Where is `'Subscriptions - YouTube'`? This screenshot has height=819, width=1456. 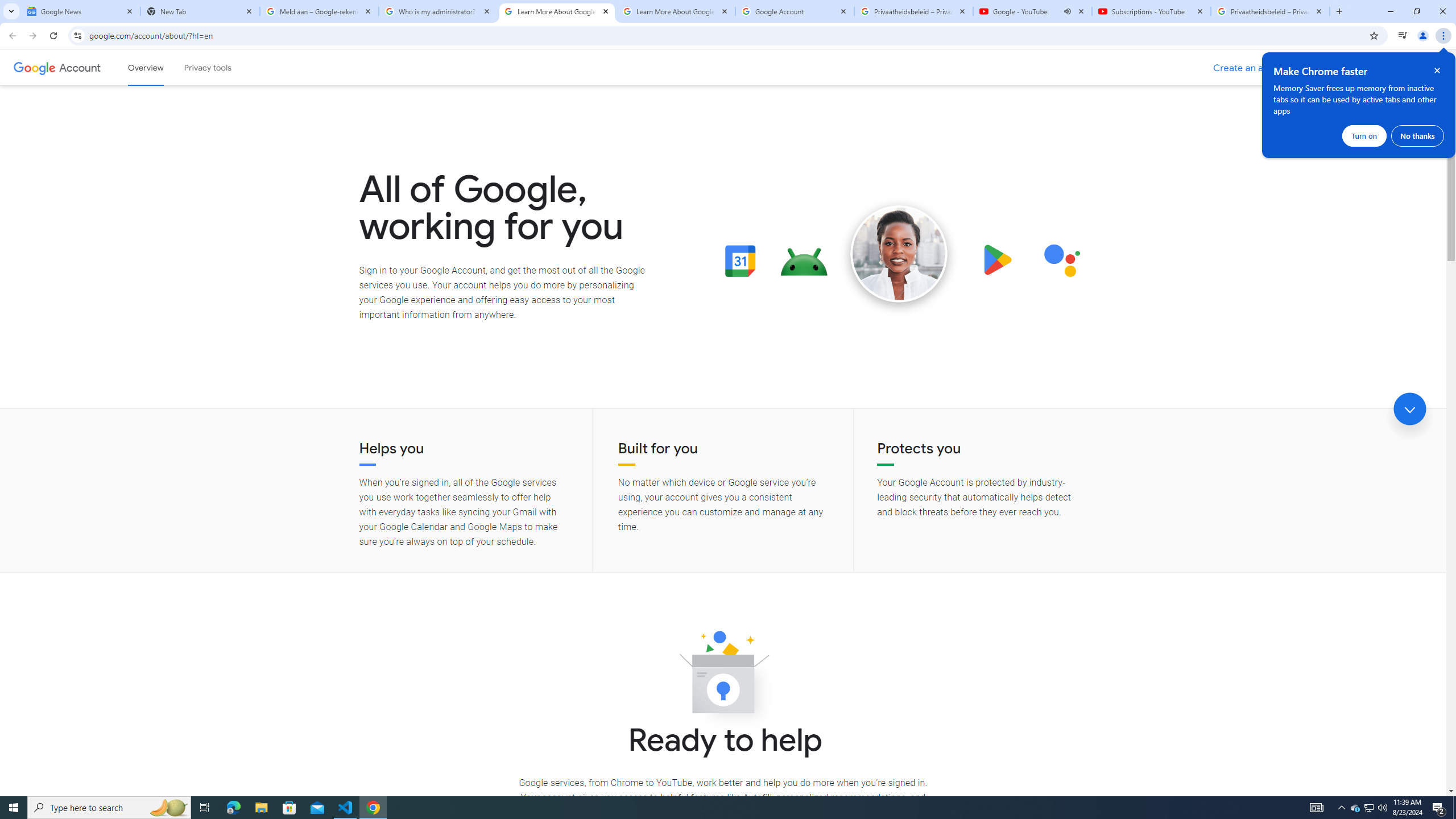 'Subscriptions - YouTube' is located at coordinates (1150, 11).